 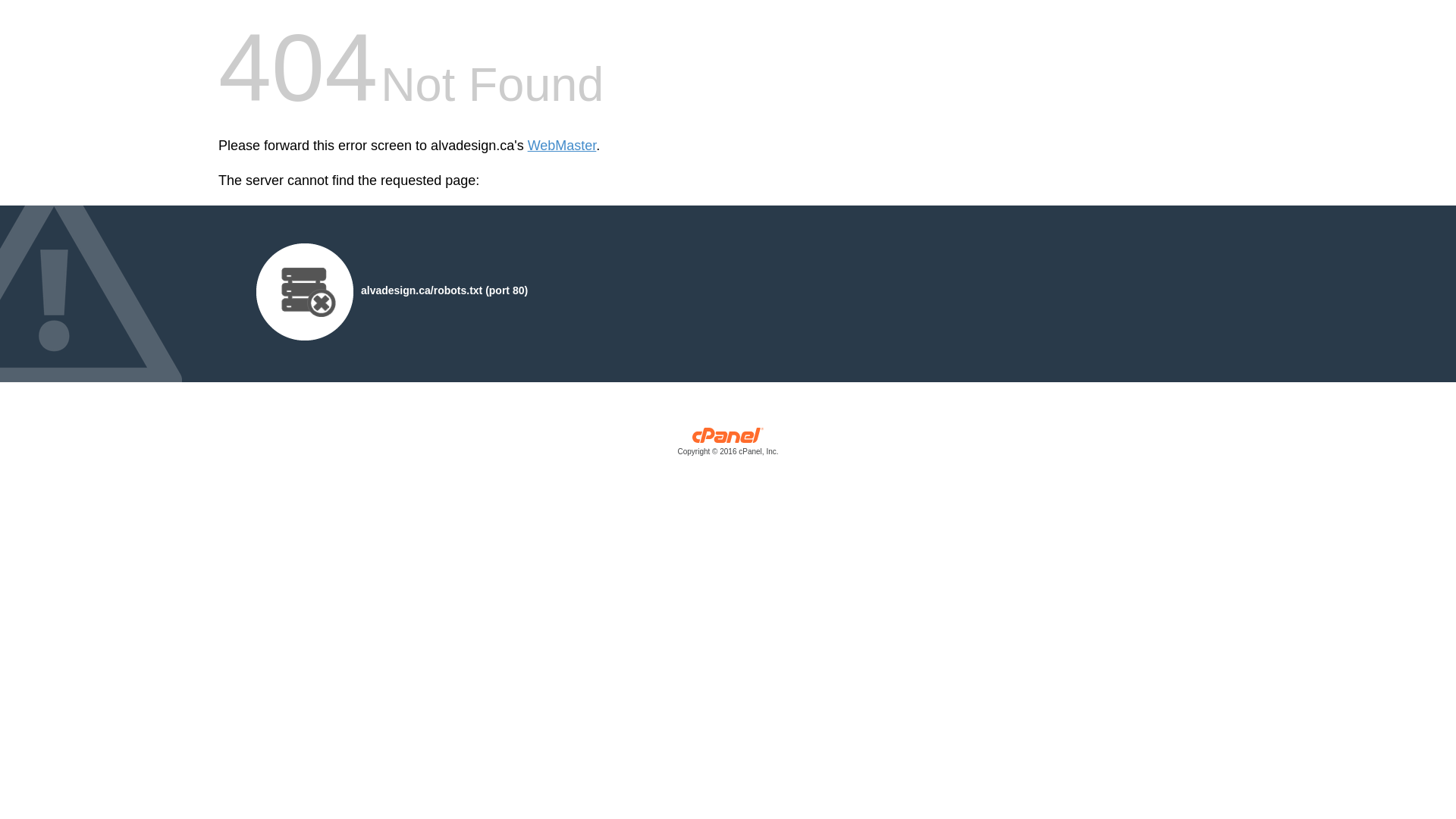 I want to click on 'WebMaster', so click(x=561, y=146).